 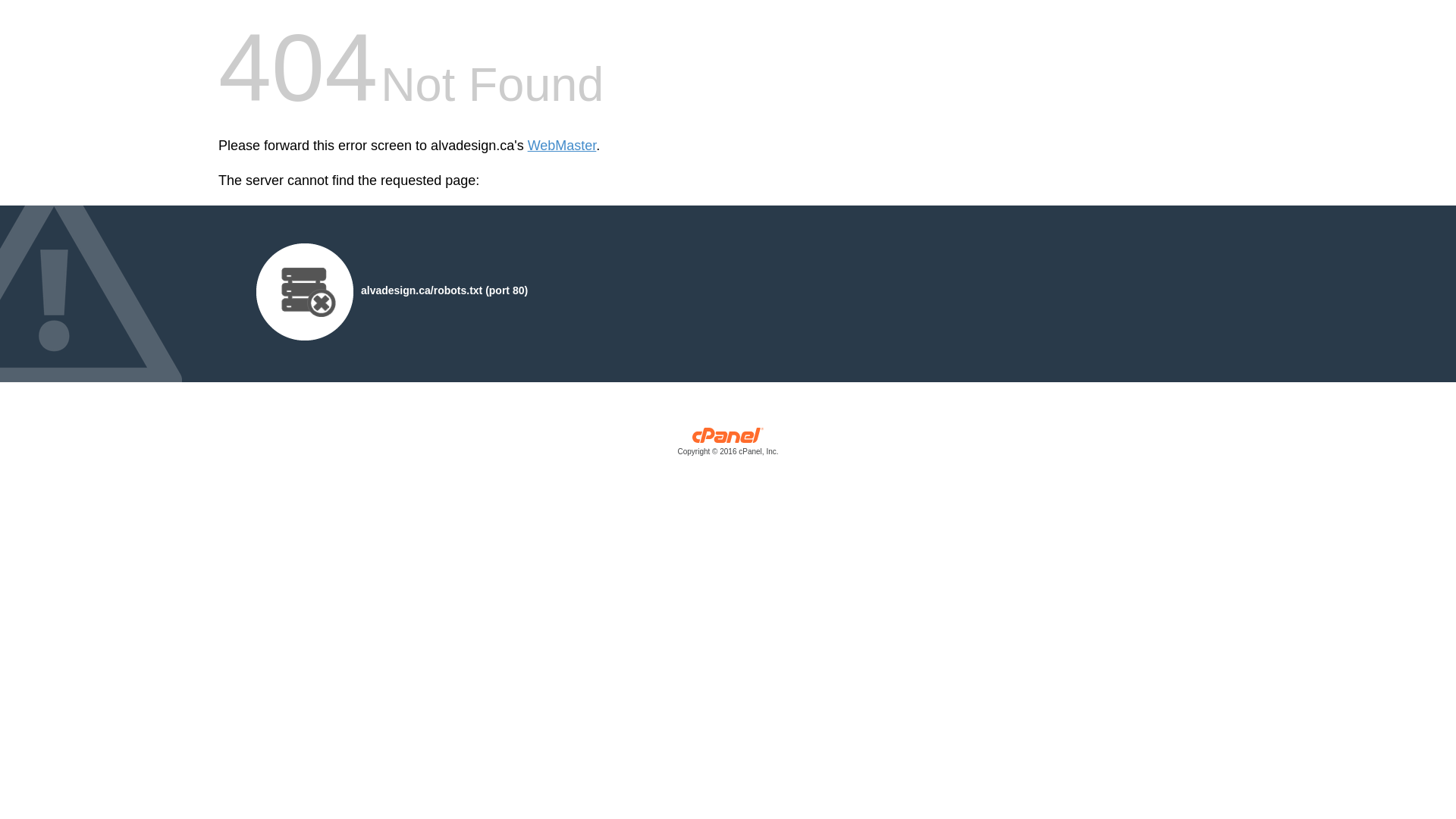 I want to click on 'WebMaster', so click(x=561, y=146).